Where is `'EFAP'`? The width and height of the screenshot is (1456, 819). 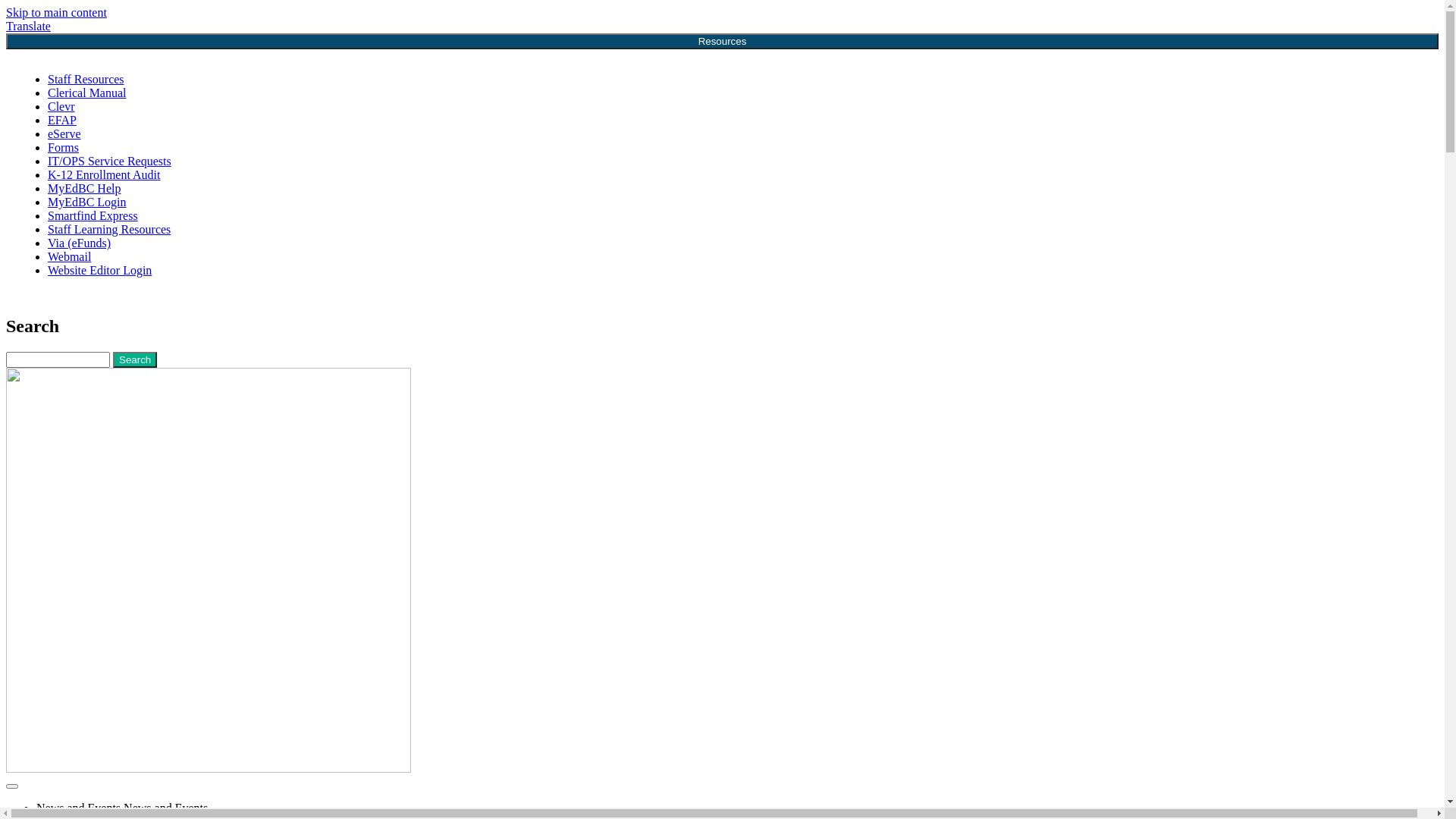 'EFAP' is located at coordinates (61, 119).